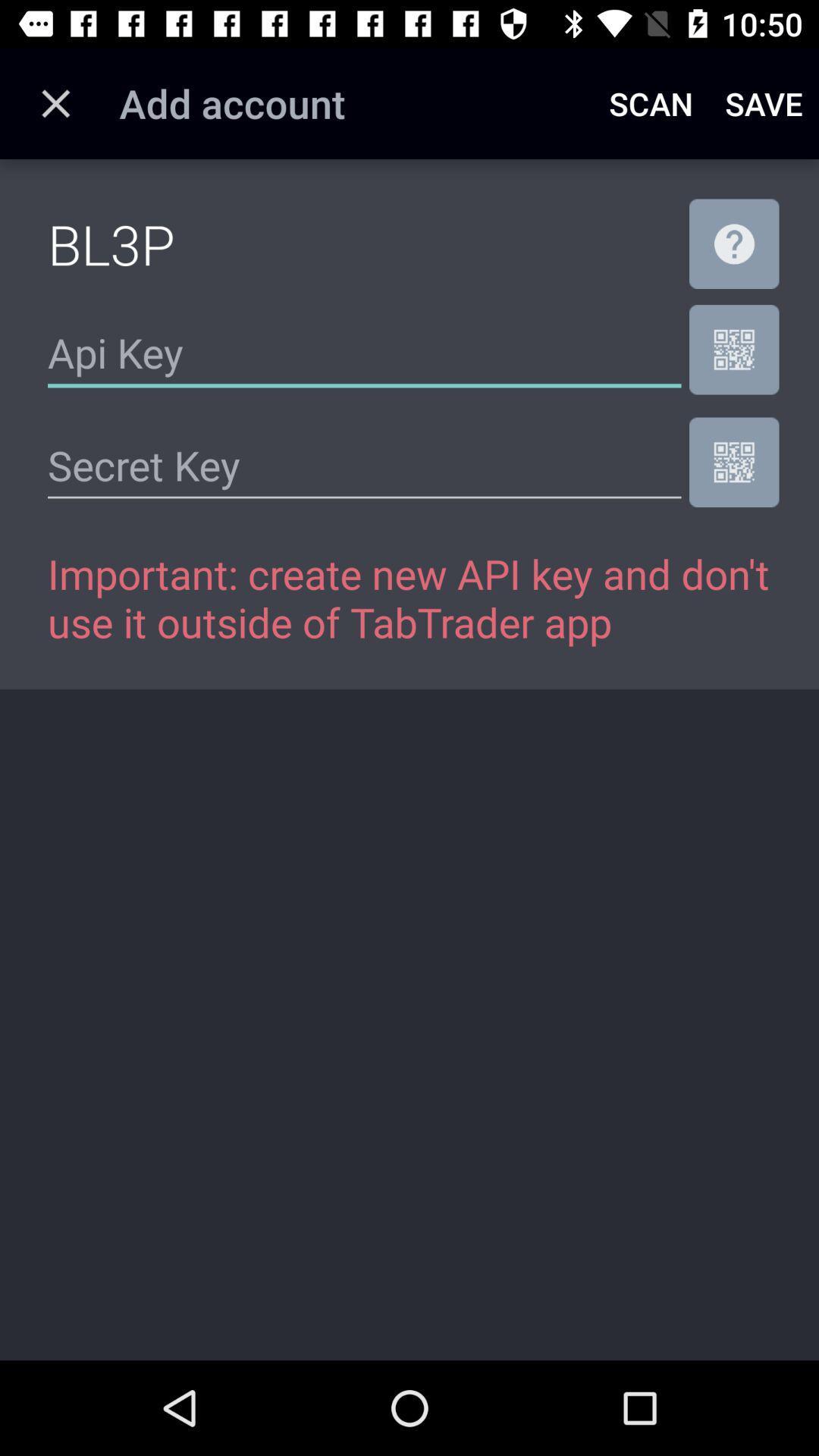  What do you see at coordinates (764, 102) in the screenshot?
I see `the item next to the scan icon` at bounding box center [764, 102].